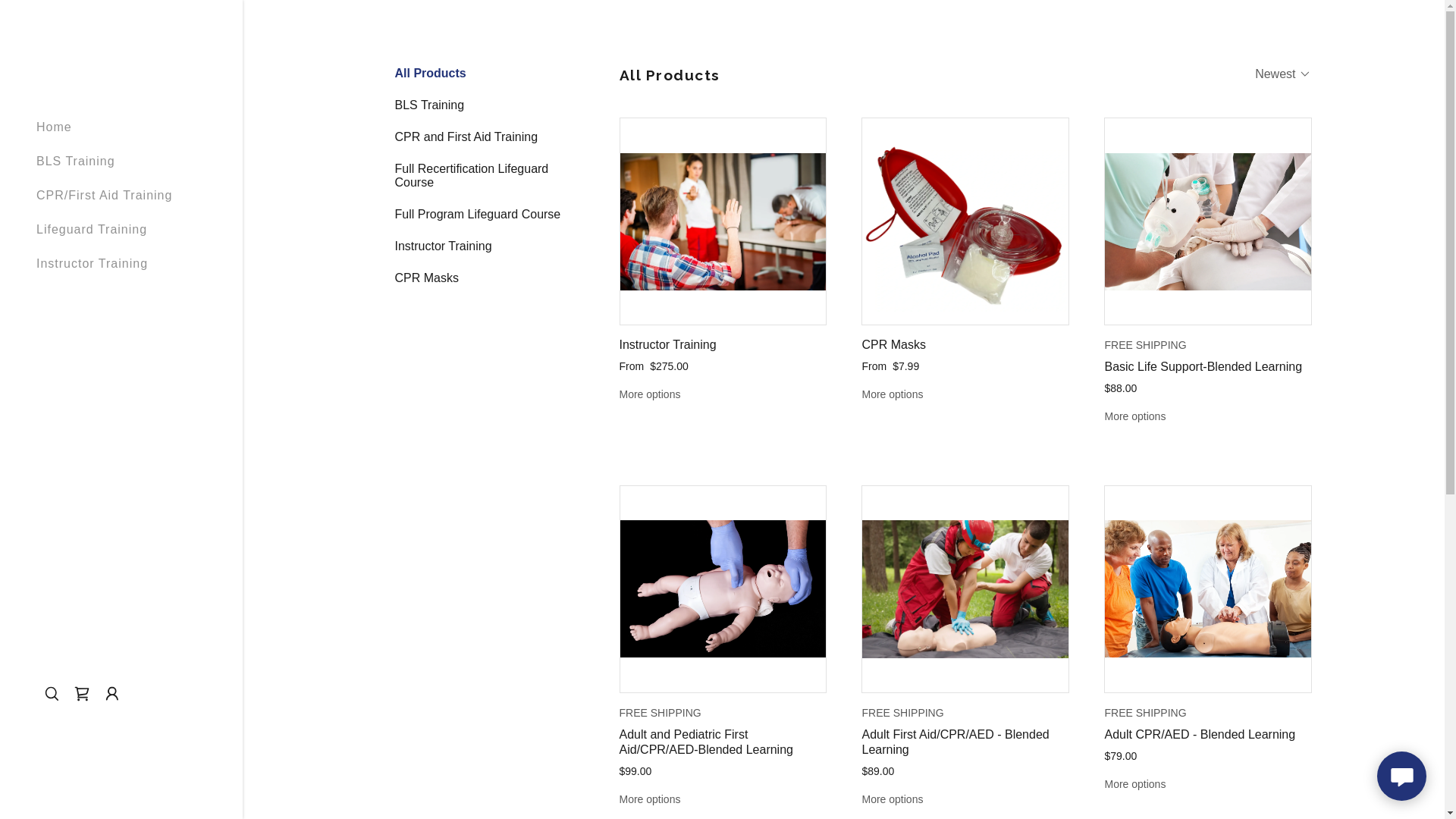  Describe the element at coordinates (394, 73) in the screenshot. I see `'All Products'` at that location.